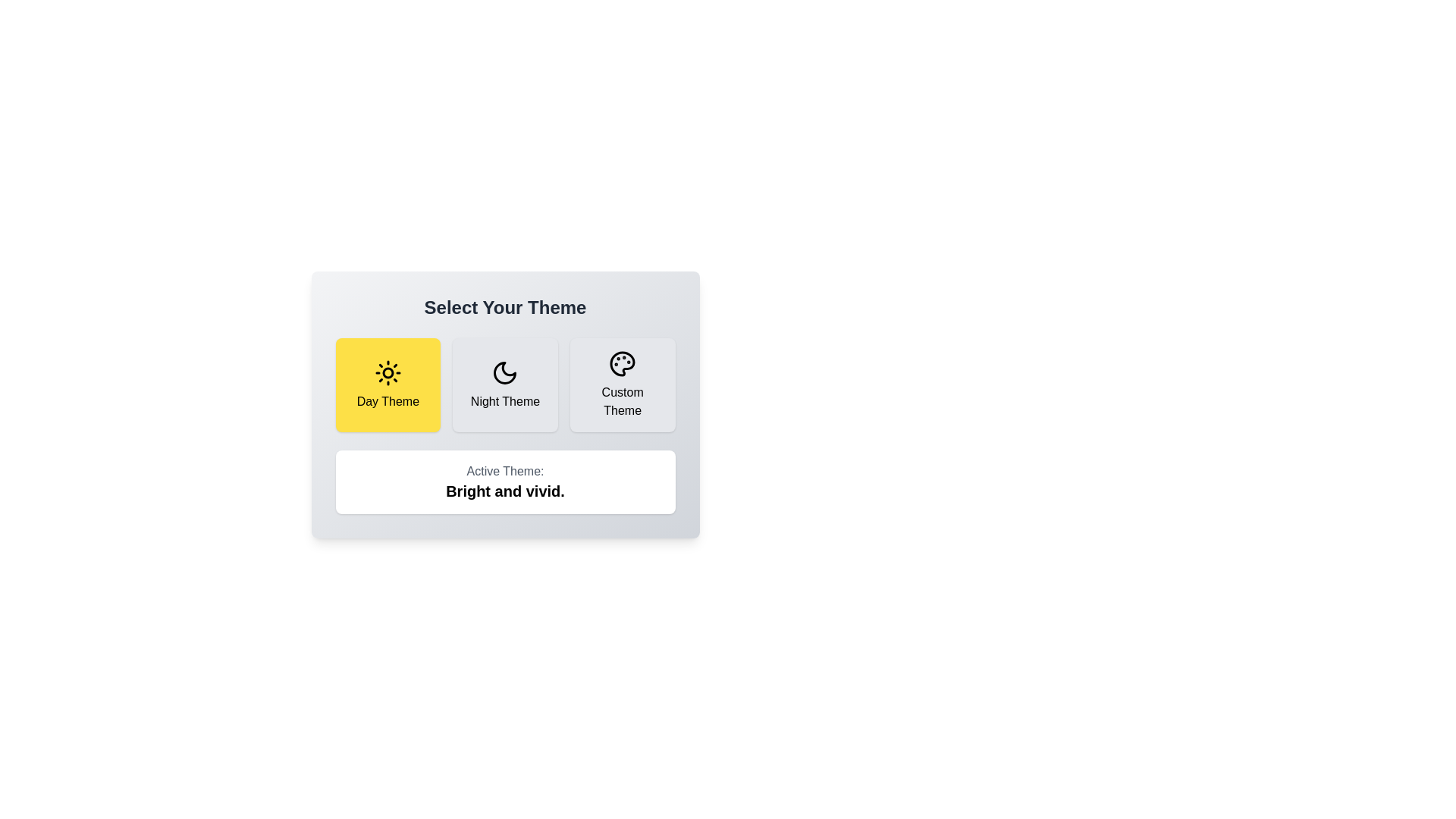 The image size is (1456, 819). Describe the element at coordinates (505, 384) in the screenshot. I see `the theme by clicking on the button corresponding to Night Theme` at that location.